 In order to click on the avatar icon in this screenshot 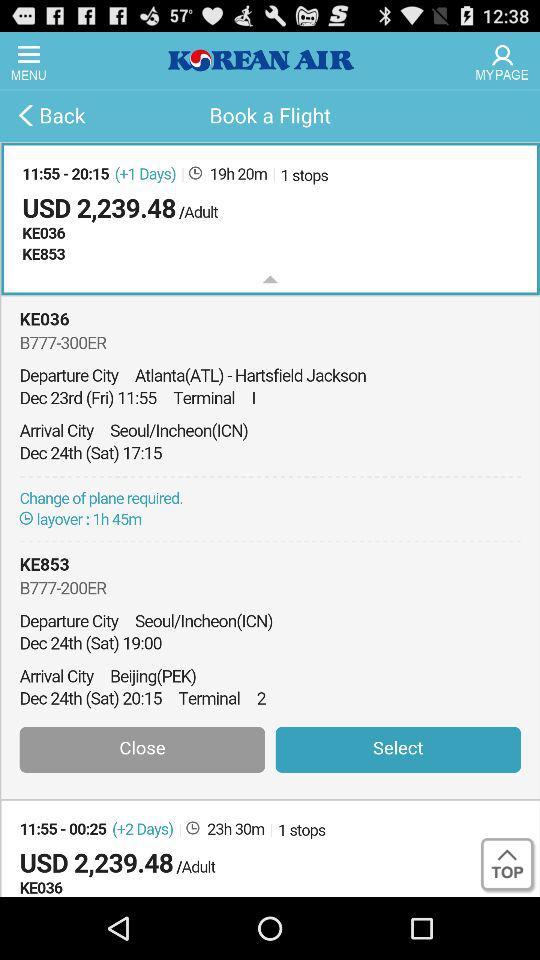, I will do `click(501, 64)`.